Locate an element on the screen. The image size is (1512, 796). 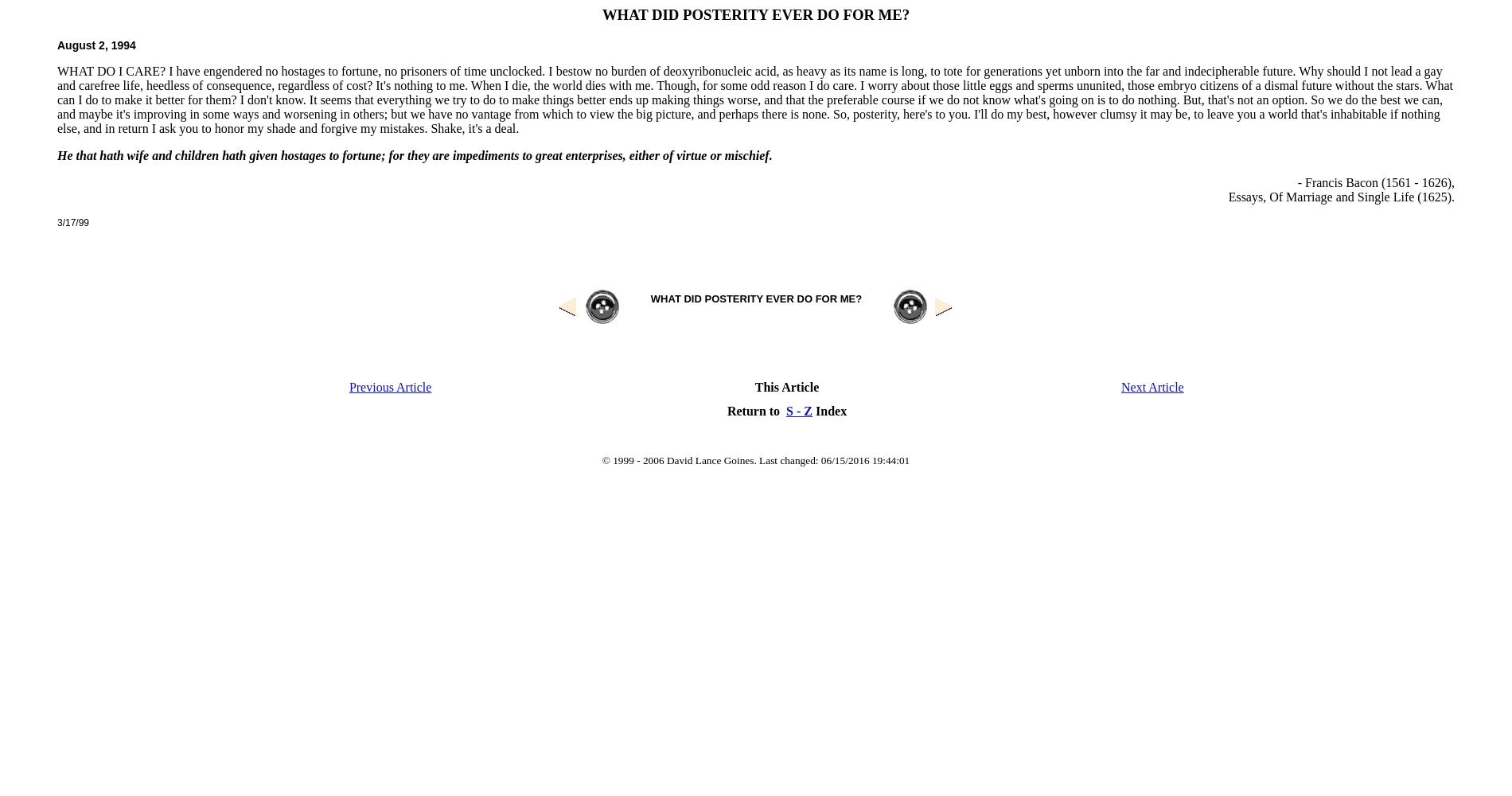
'This Article' is located at coordinates (786, 385).